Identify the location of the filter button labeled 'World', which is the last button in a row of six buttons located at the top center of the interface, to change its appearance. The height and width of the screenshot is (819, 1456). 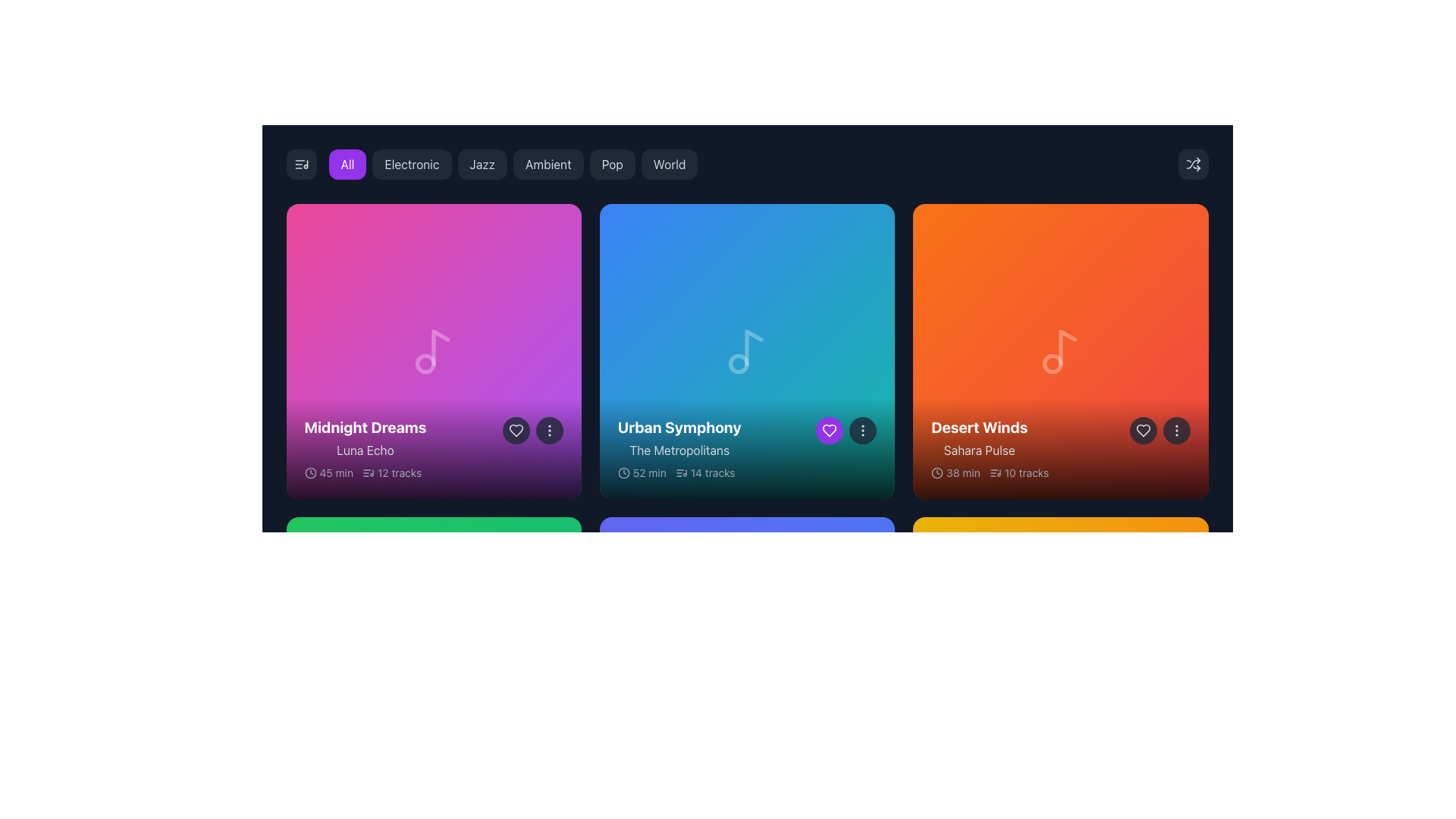
(669, 164).